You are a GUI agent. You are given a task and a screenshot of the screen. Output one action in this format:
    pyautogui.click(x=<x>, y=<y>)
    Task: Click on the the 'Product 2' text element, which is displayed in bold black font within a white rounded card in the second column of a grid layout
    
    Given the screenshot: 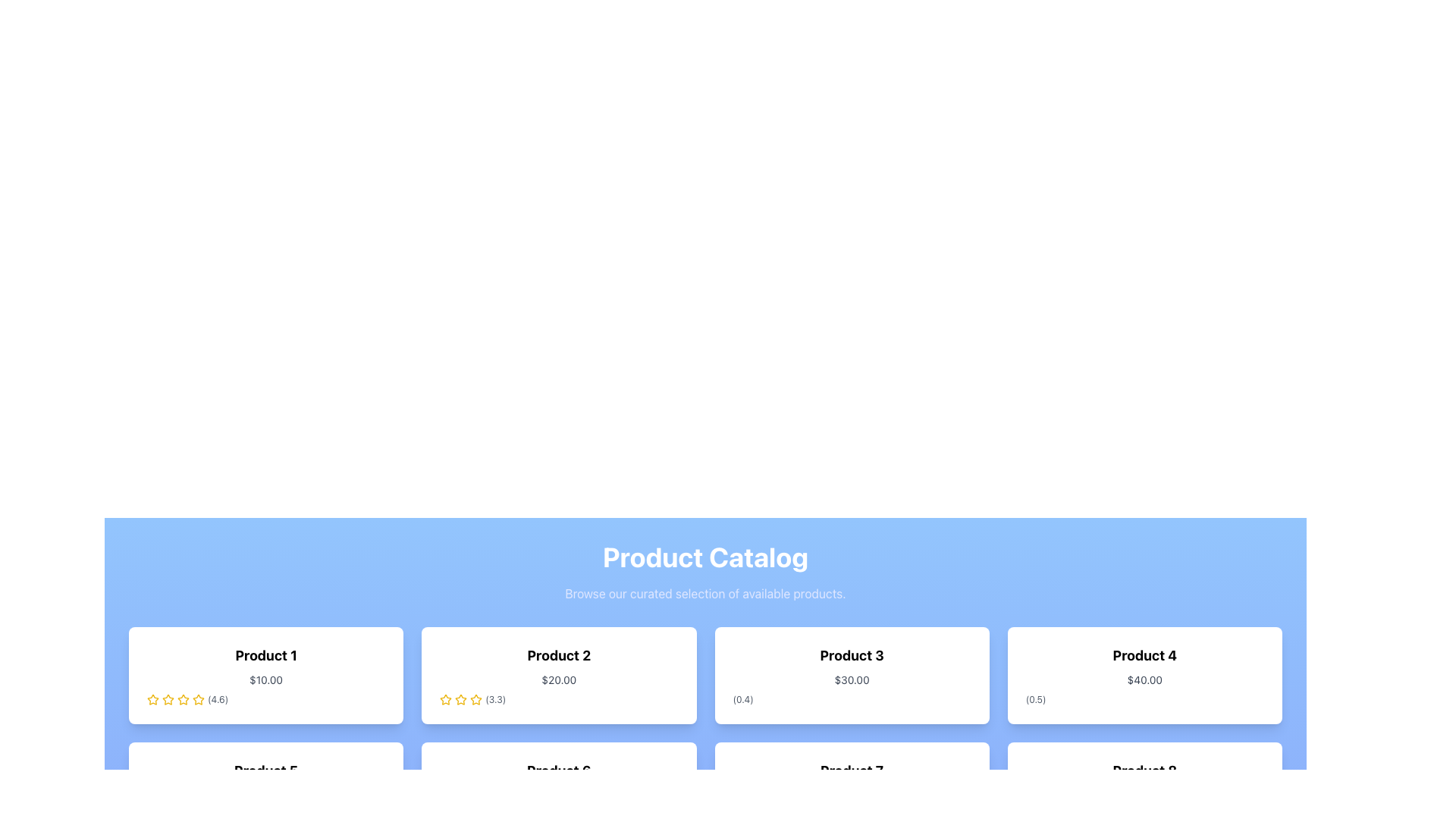 What is the action you would take?
    pyautogui.click(x=558, y=654)
    